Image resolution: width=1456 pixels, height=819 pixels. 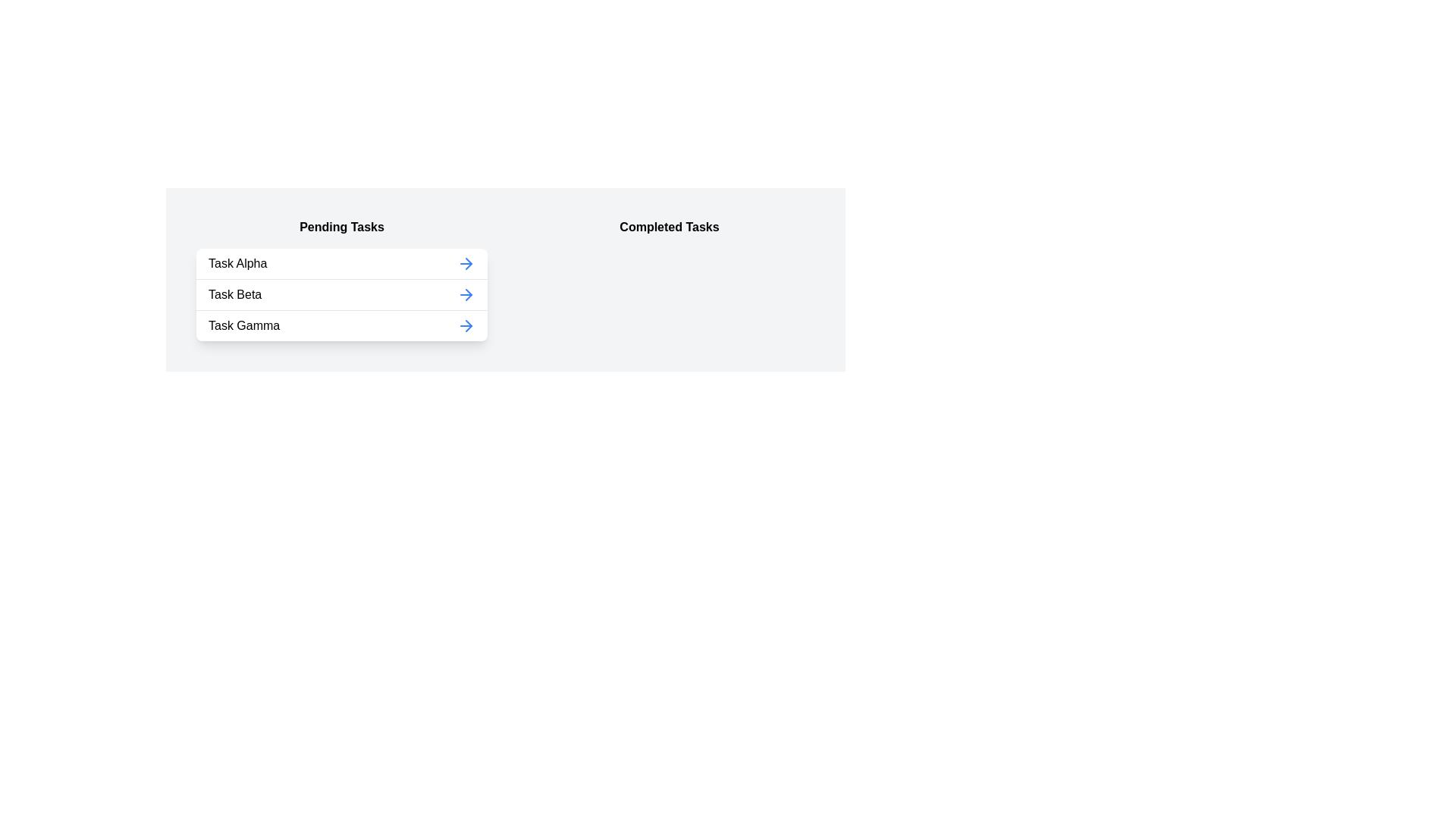 What do you see at coordinates (465, 295) in the screenshot?
I see `the arrow button next to the task Task Beta to move it to the 'Completed Tasks' list` at bounding box center [465, 295].